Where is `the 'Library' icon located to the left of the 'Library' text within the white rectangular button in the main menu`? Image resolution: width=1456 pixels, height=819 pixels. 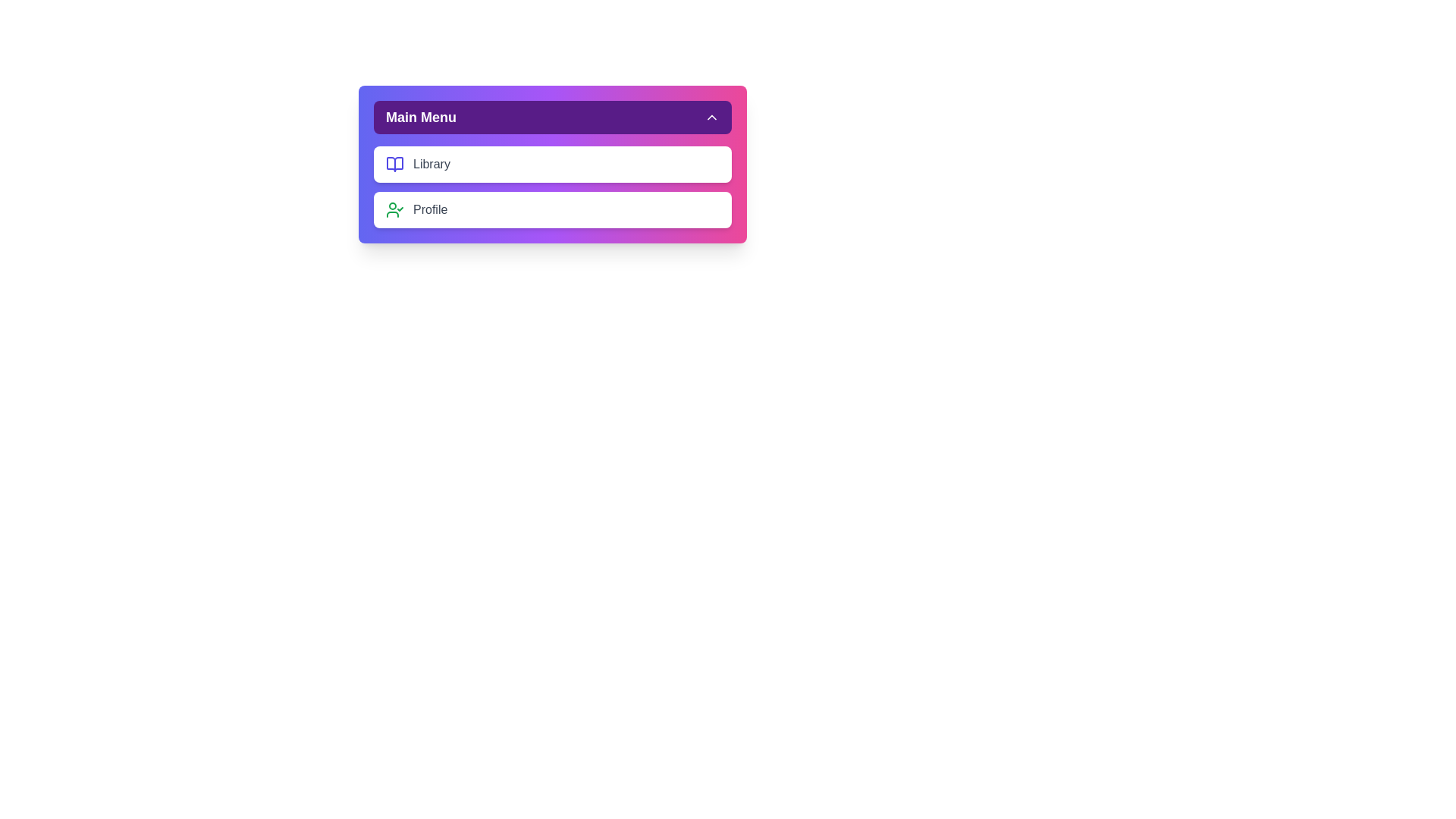 the 'Library' icon located to the left of the 'Library' text within the white rectangular button in the main menu is located at coordinates (395, 164).